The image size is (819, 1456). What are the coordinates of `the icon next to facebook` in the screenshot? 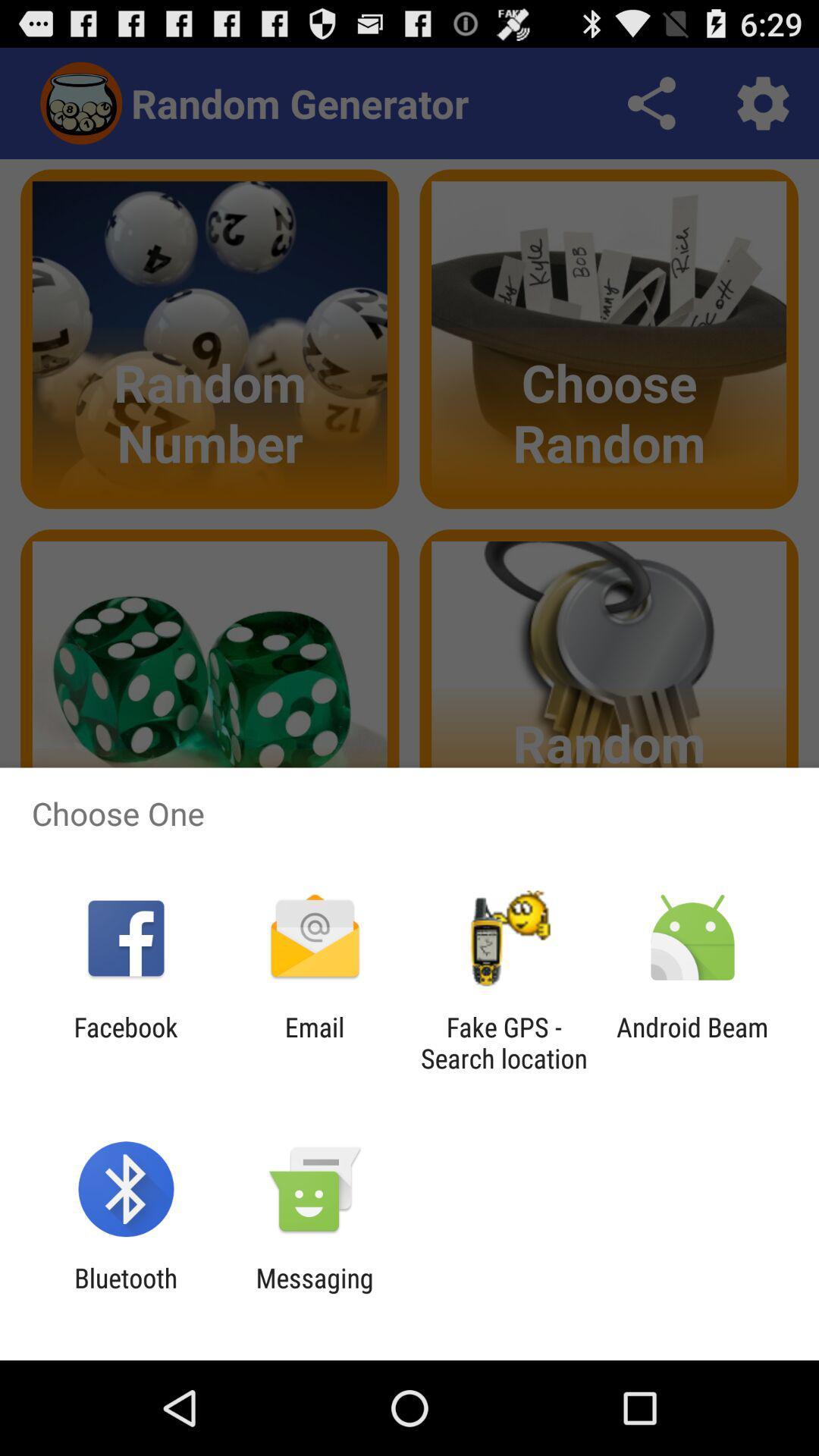 It's located at (314, 1042).